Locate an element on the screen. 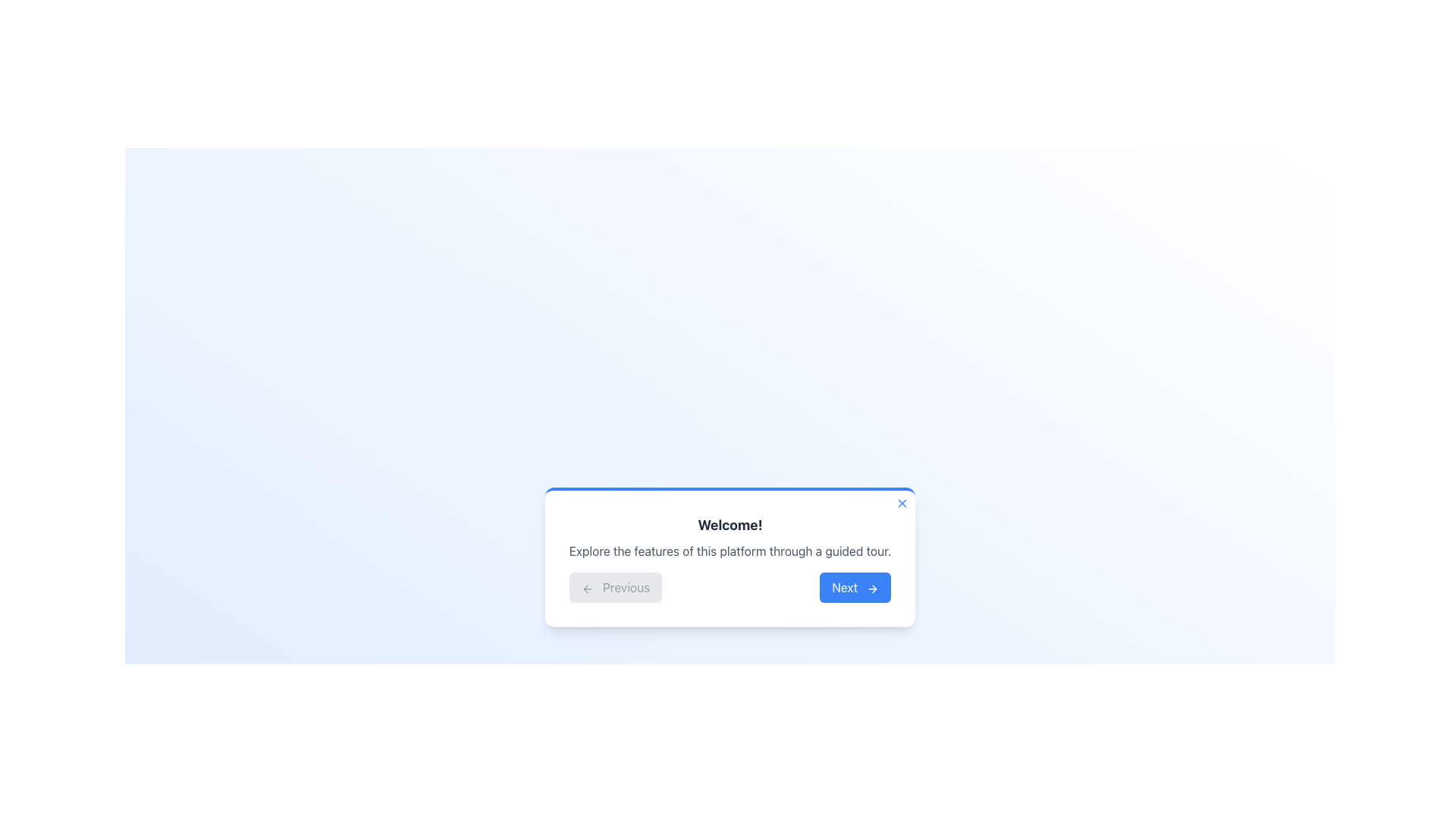 This screenshot has height=819, width=1456. the small, square close button located at the top-right corner of the modal dialog is located at coordinates (902, 503).